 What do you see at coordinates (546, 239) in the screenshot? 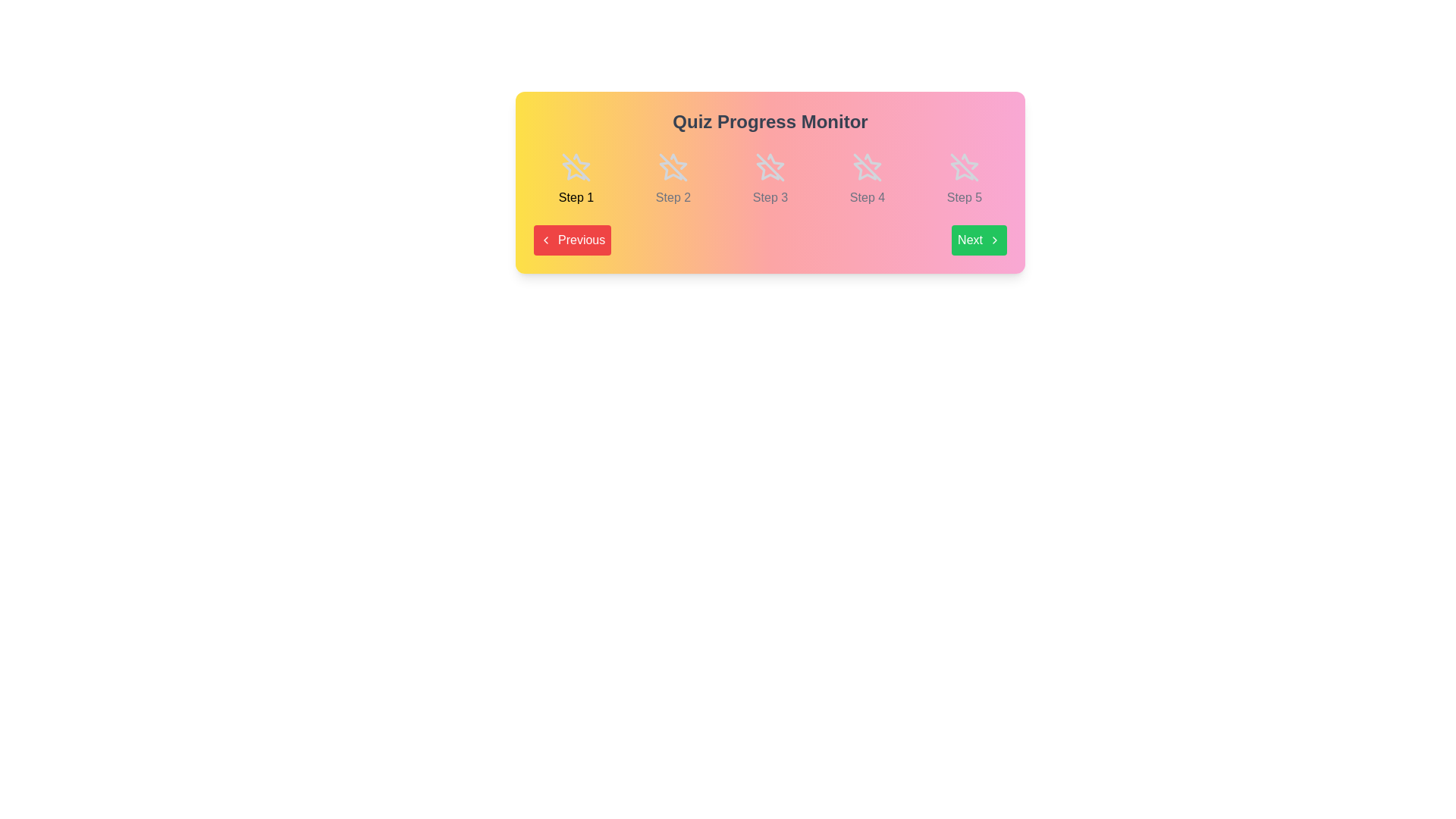
I see `the left arrow icon within the red 'Previous' button` at bounding box center [546, 239].